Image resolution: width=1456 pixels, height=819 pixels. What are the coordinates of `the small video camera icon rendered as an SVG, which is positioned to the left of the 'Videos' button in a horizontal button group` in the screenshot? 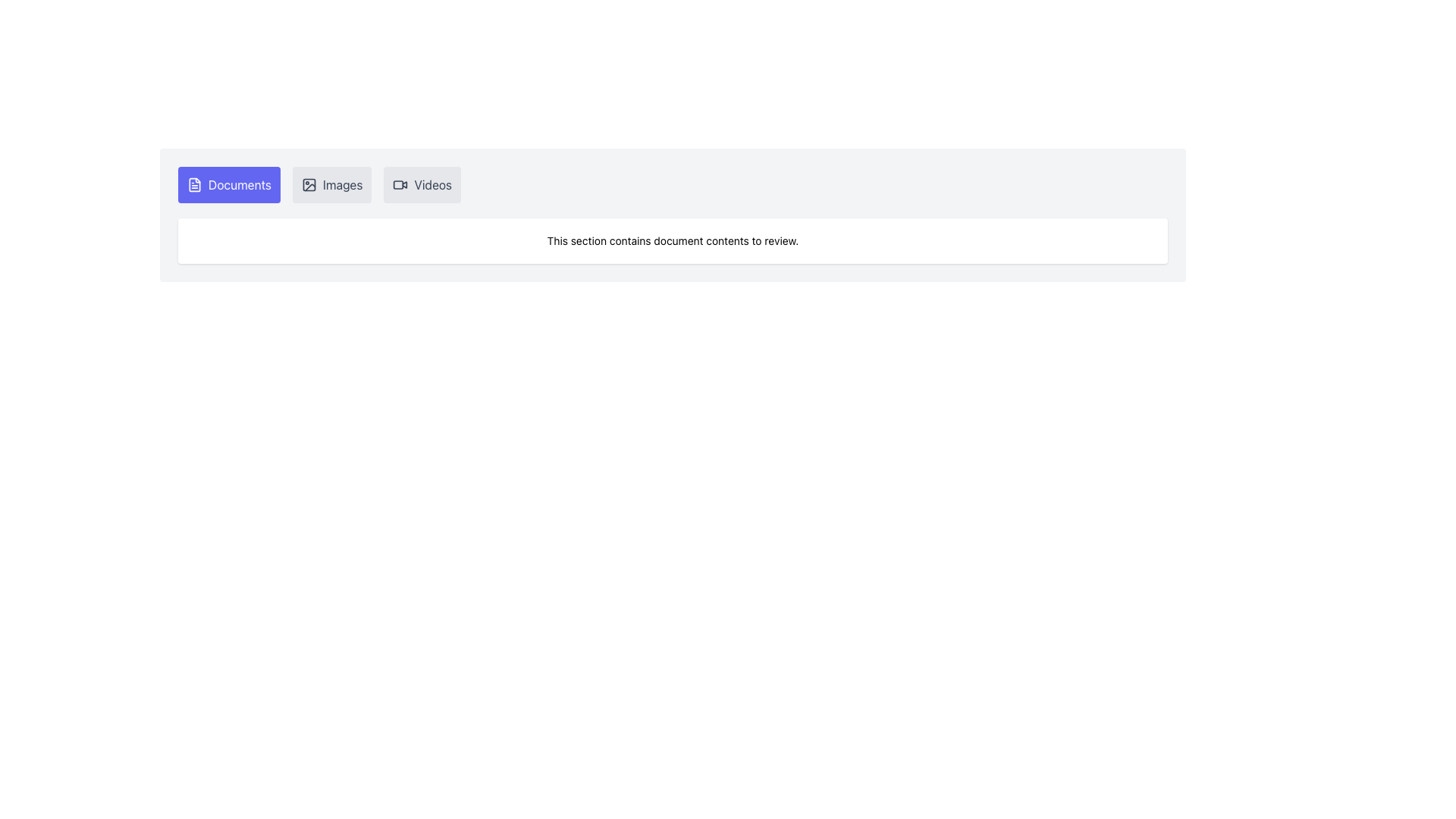 It's located at (400, 184).